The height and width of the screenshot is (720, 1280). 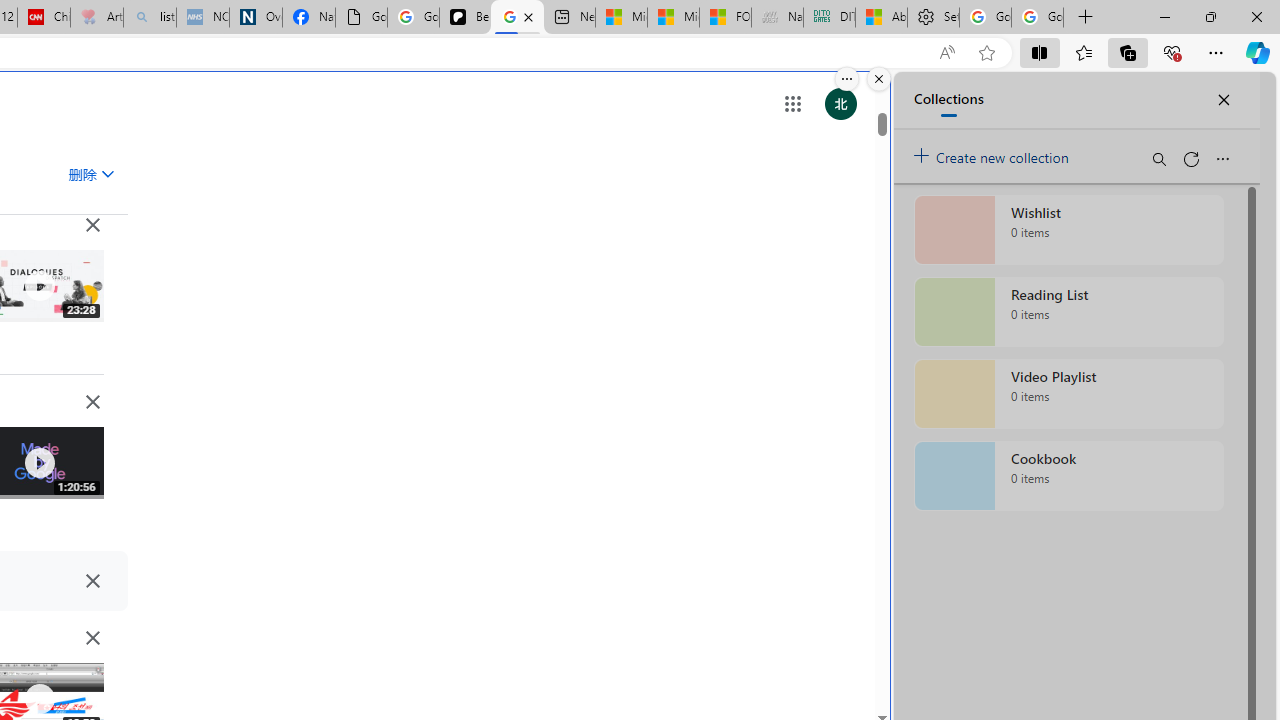 What do you see at coordinates (39, 698) in the screenshot?
I see `'Class: IVR0f NMm5M'` at bounding box center [39, 698].